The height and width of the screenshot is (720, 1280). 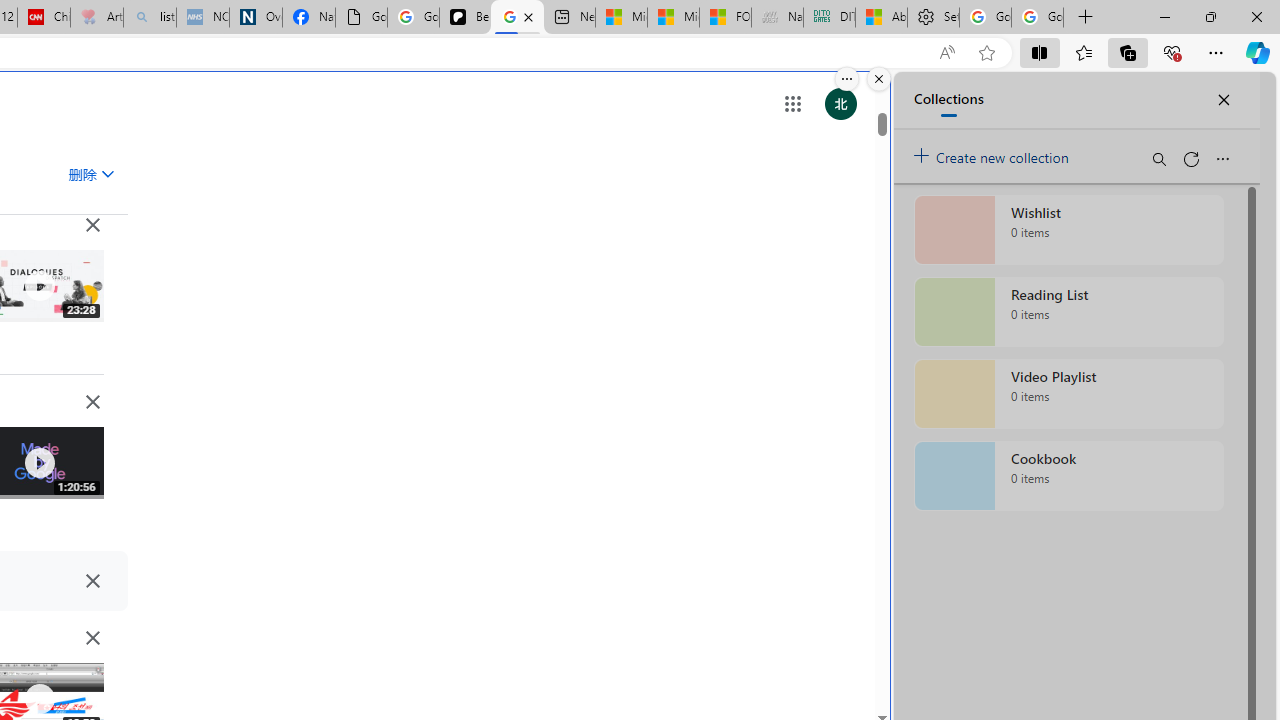 What do you see at coordinates (39, 698) in the screenshot?
I see `'Class: IVR0f NMm5M'` at bounding box center [39, 698].